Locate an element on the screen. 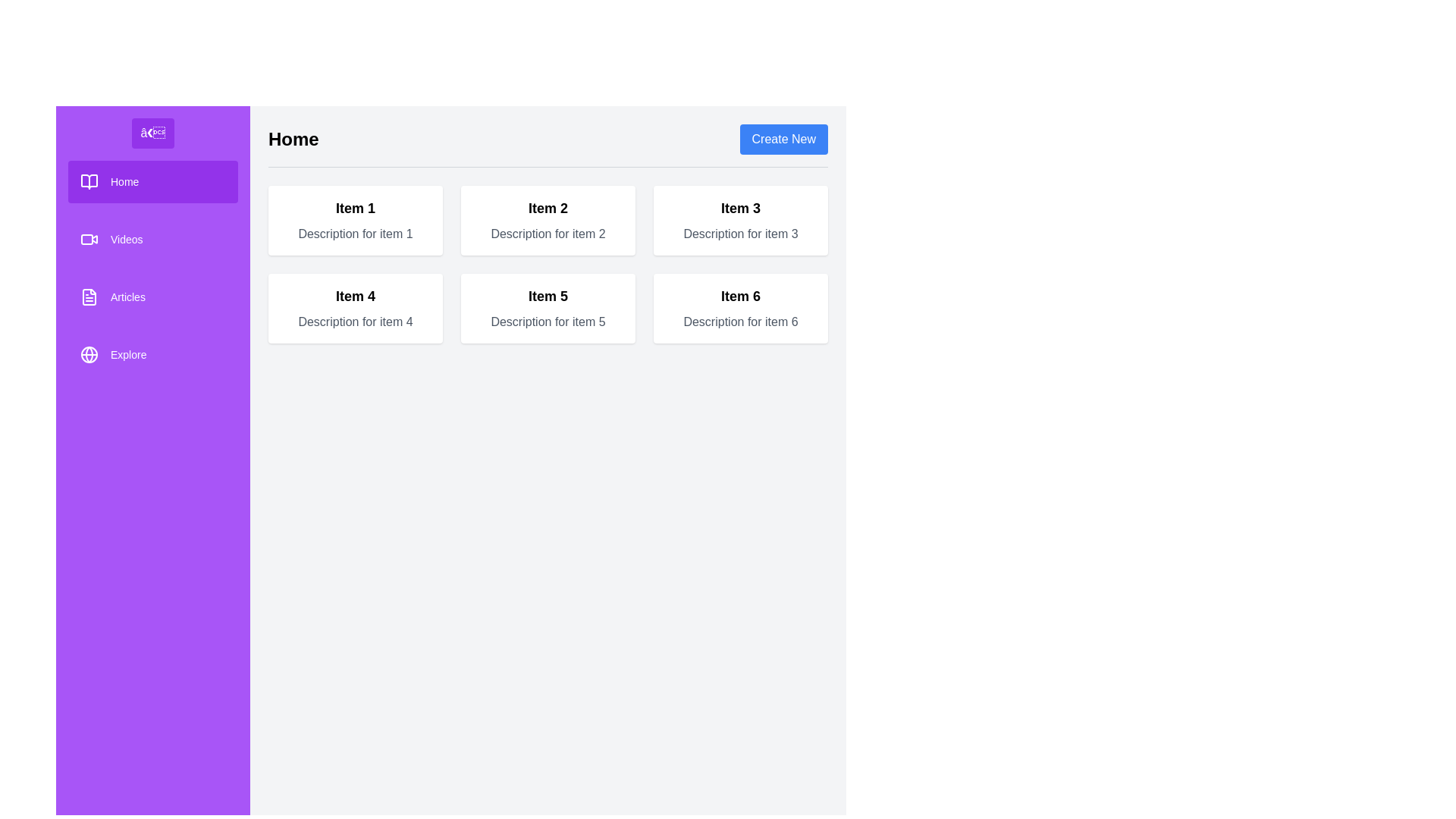  the Informational card displaying 'Item 3', which is located in the right column of the first row within a grid layout is located at coordinates (741, 220).